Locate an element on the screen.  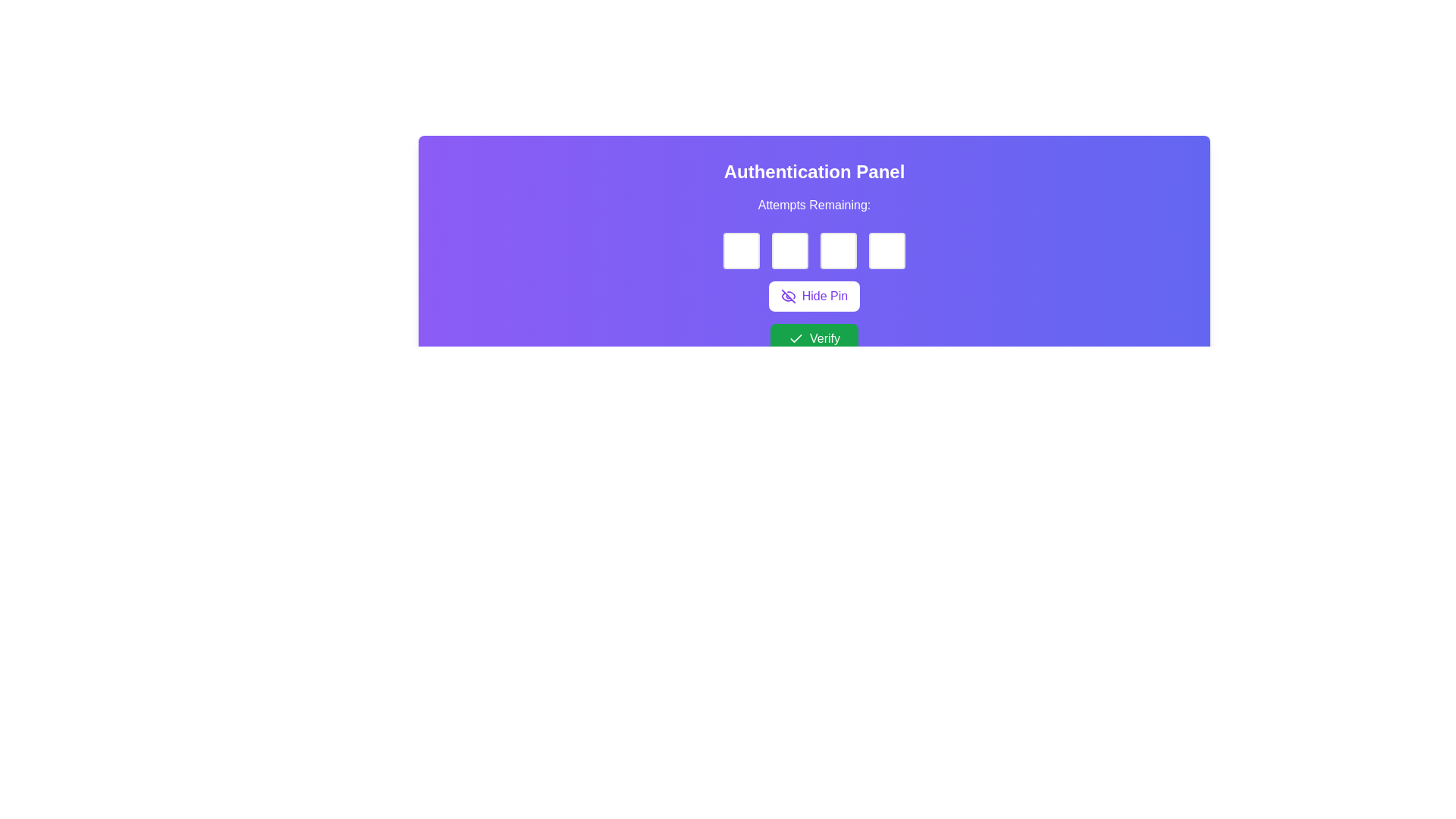
the checkmark icon that is part of the 'Verify' button, which is located towards the left side of the button and indicates success or completion is located at coordinates (795, 338).